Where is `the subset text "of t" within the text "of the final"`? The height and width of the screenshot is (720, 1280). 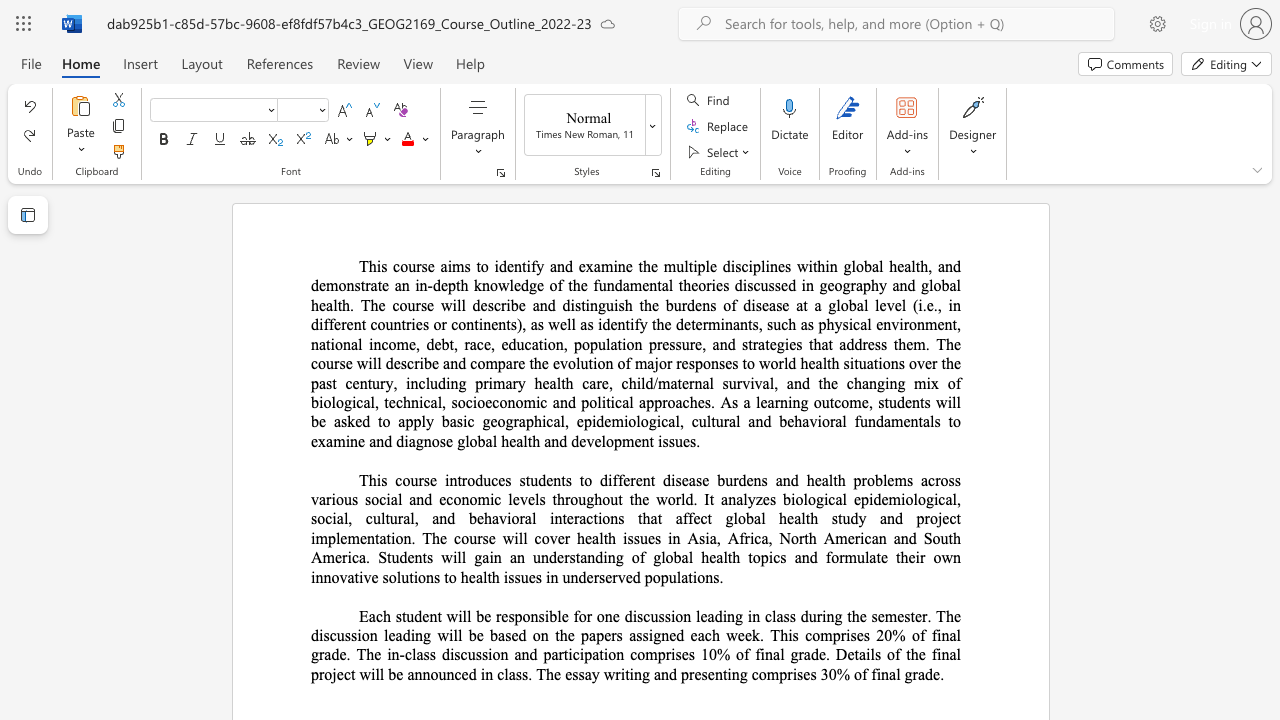
the subset text "of t" within the text "of the final" is located at coordinates (886, 654).